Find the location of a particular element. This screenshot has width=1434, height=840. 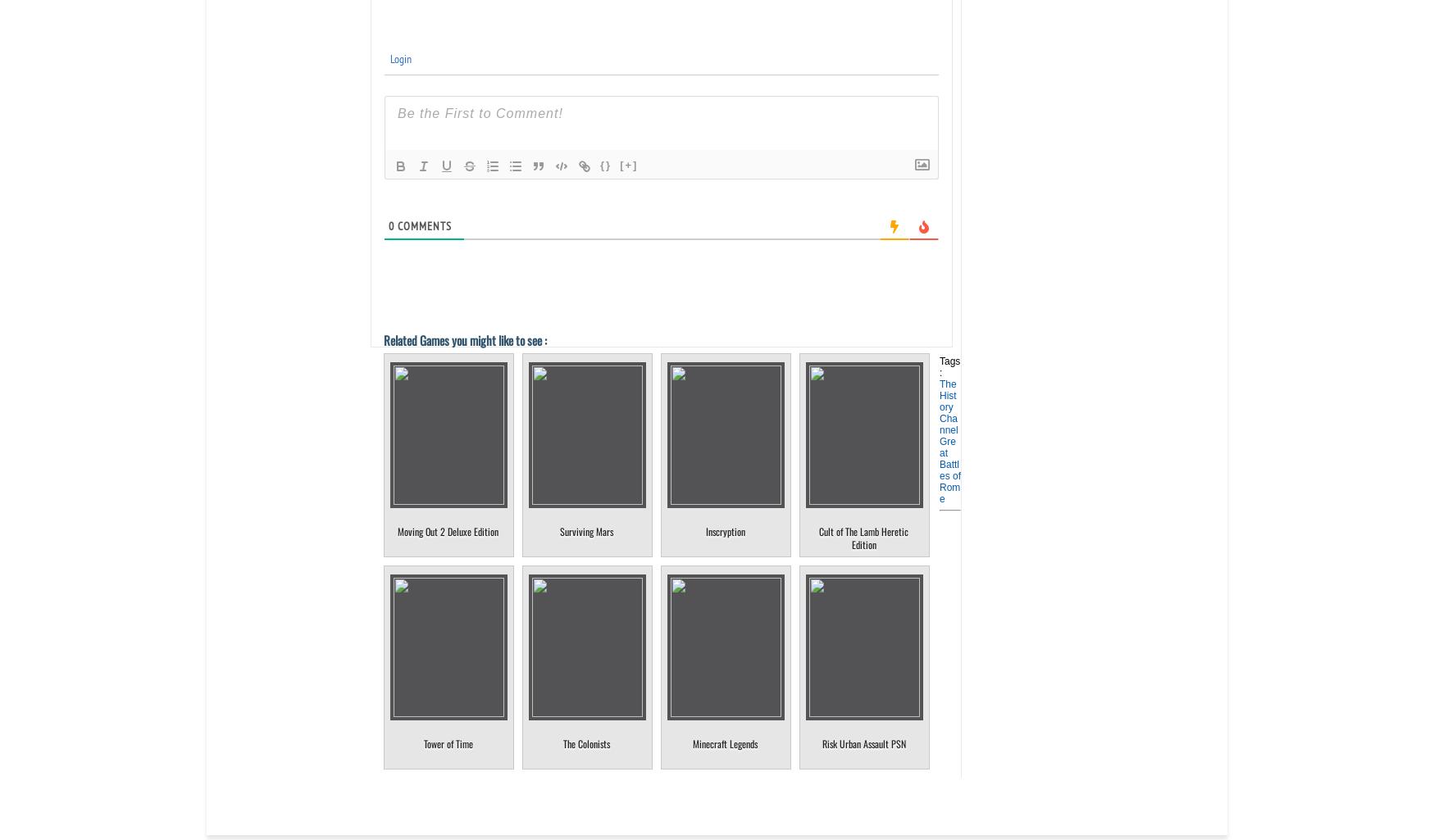

'Related Games you might like to see :' is located at coordinates (464, 340).